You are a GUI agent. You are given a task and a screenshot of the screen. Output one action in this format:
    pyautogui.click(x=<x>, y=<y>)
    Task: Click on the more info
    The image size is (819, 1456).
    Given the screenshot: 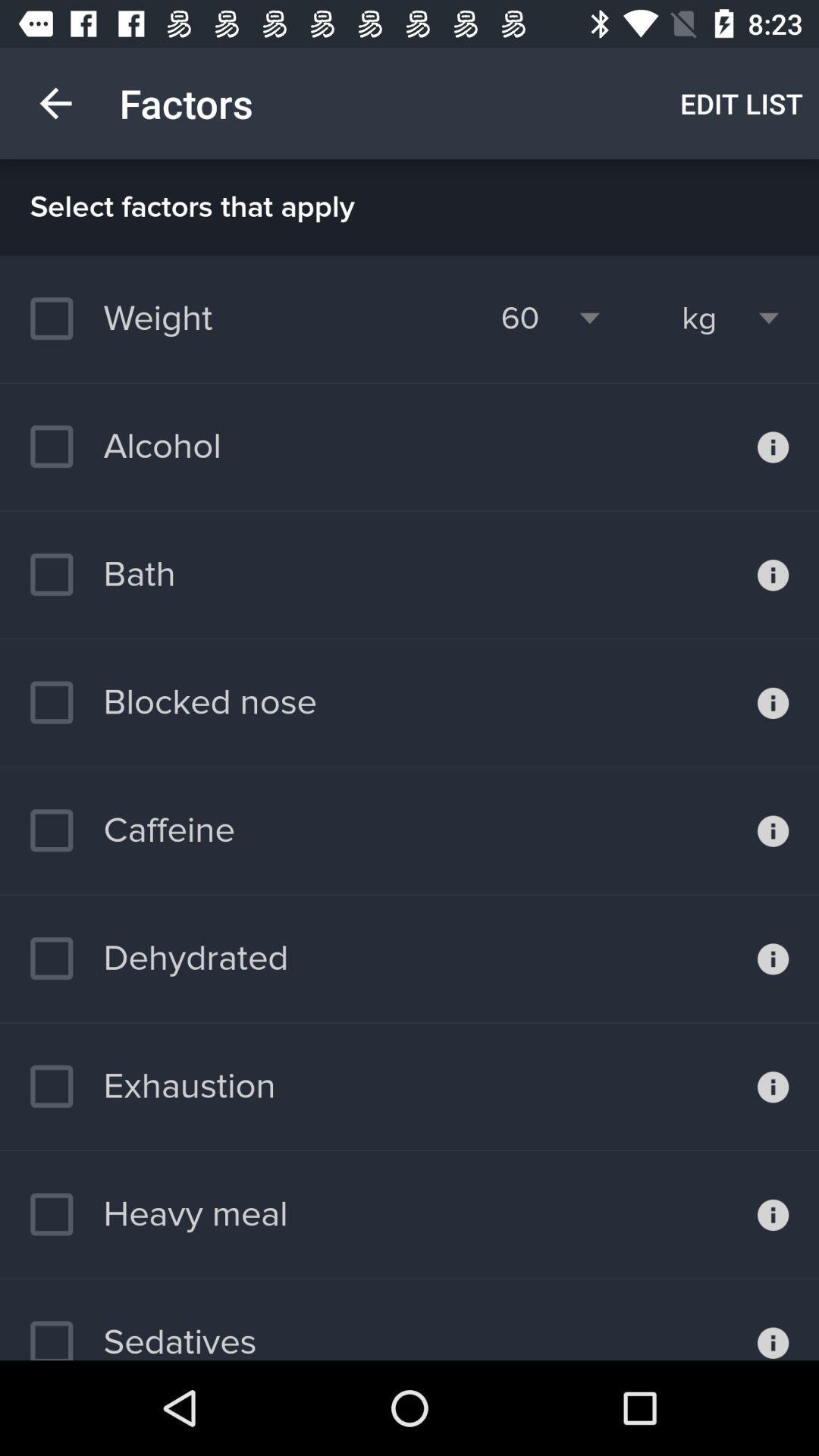 What is the action you would take?
    pyautogui.click(x=773, y=574)
    